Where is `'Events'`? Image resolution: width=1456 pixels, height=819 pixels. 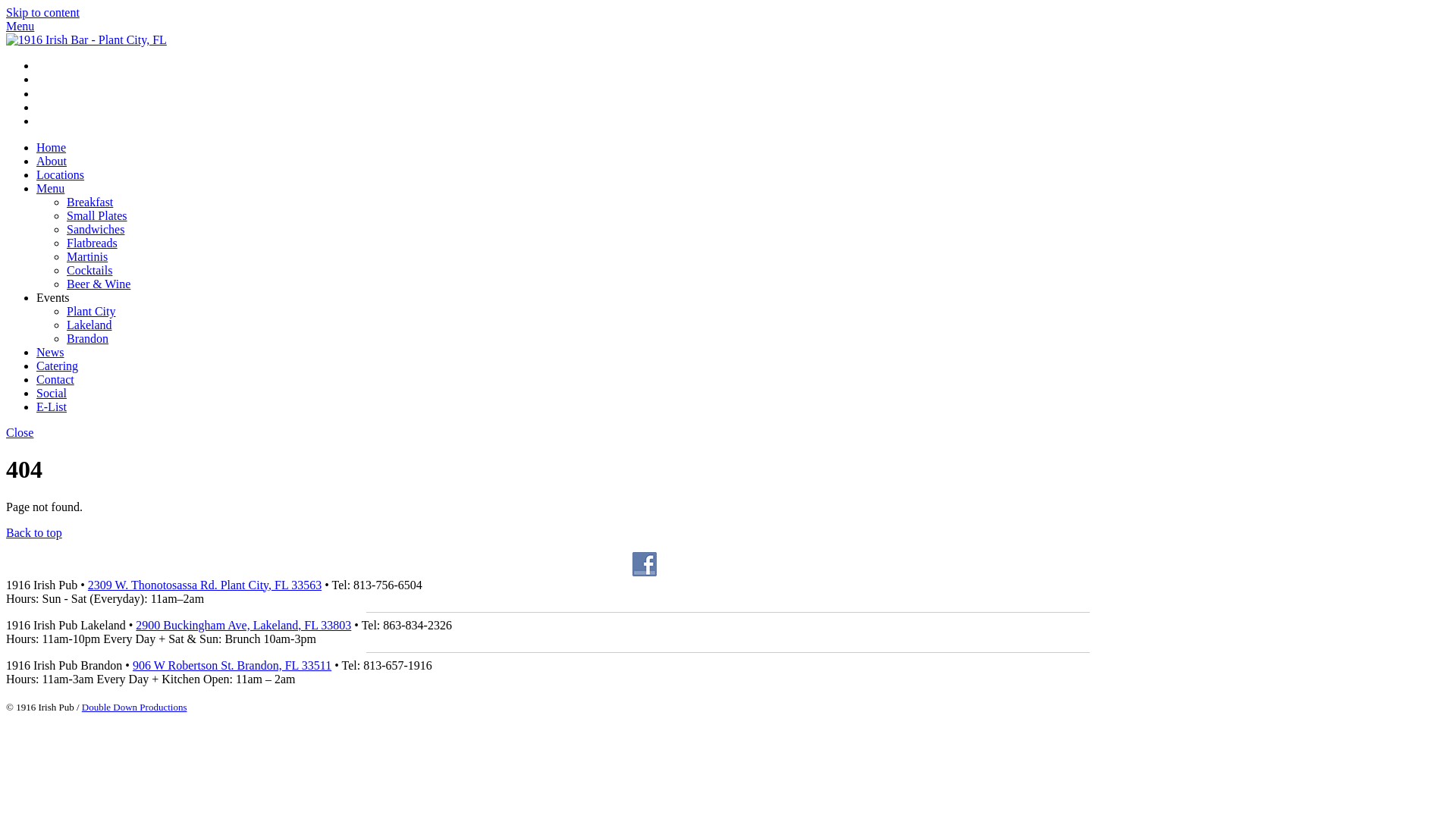
'Events' is located at coordinates (36, 297).